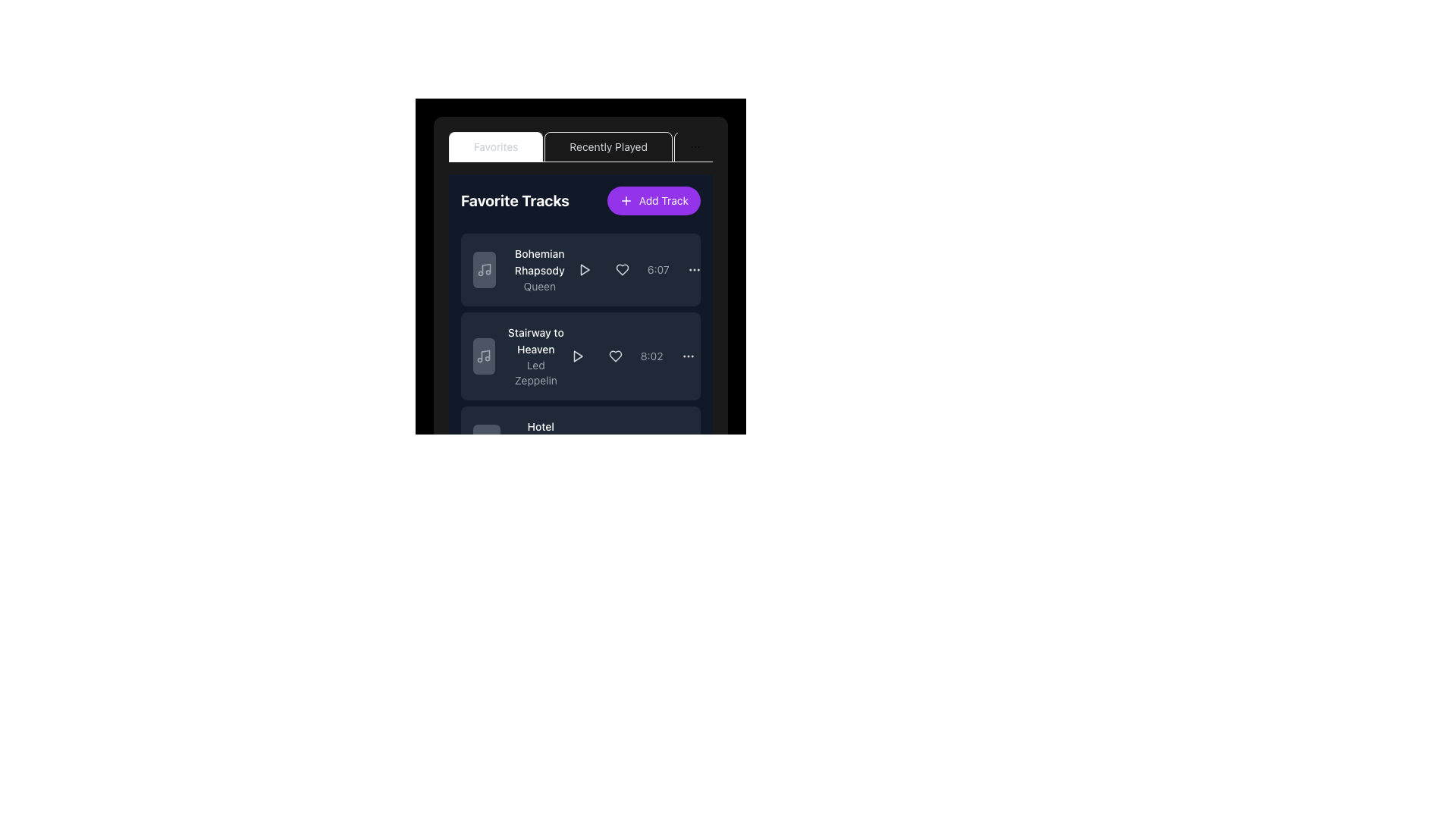  What do you see at coordinates (580, 146) in the screenshot?
I see `the Tab Navigation Bar located at the top-center of the application` at bounding box center [580, 146].